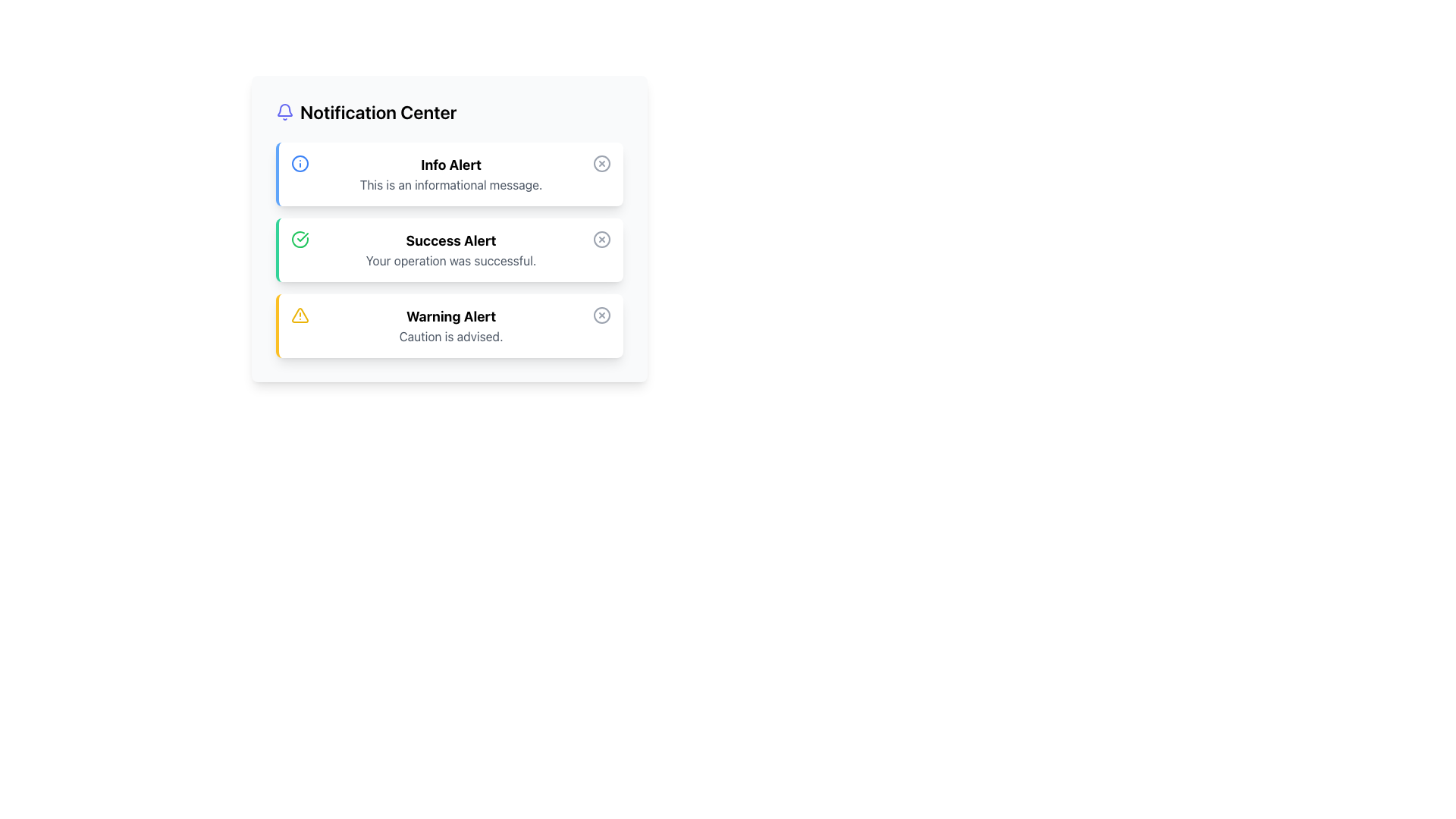  I want to click on the text element reading 'Caution is advised.' which is styled in gray and located within the 'Warning Alert' notification card, beneath the title 'Warning Alert', so click(450, 335).